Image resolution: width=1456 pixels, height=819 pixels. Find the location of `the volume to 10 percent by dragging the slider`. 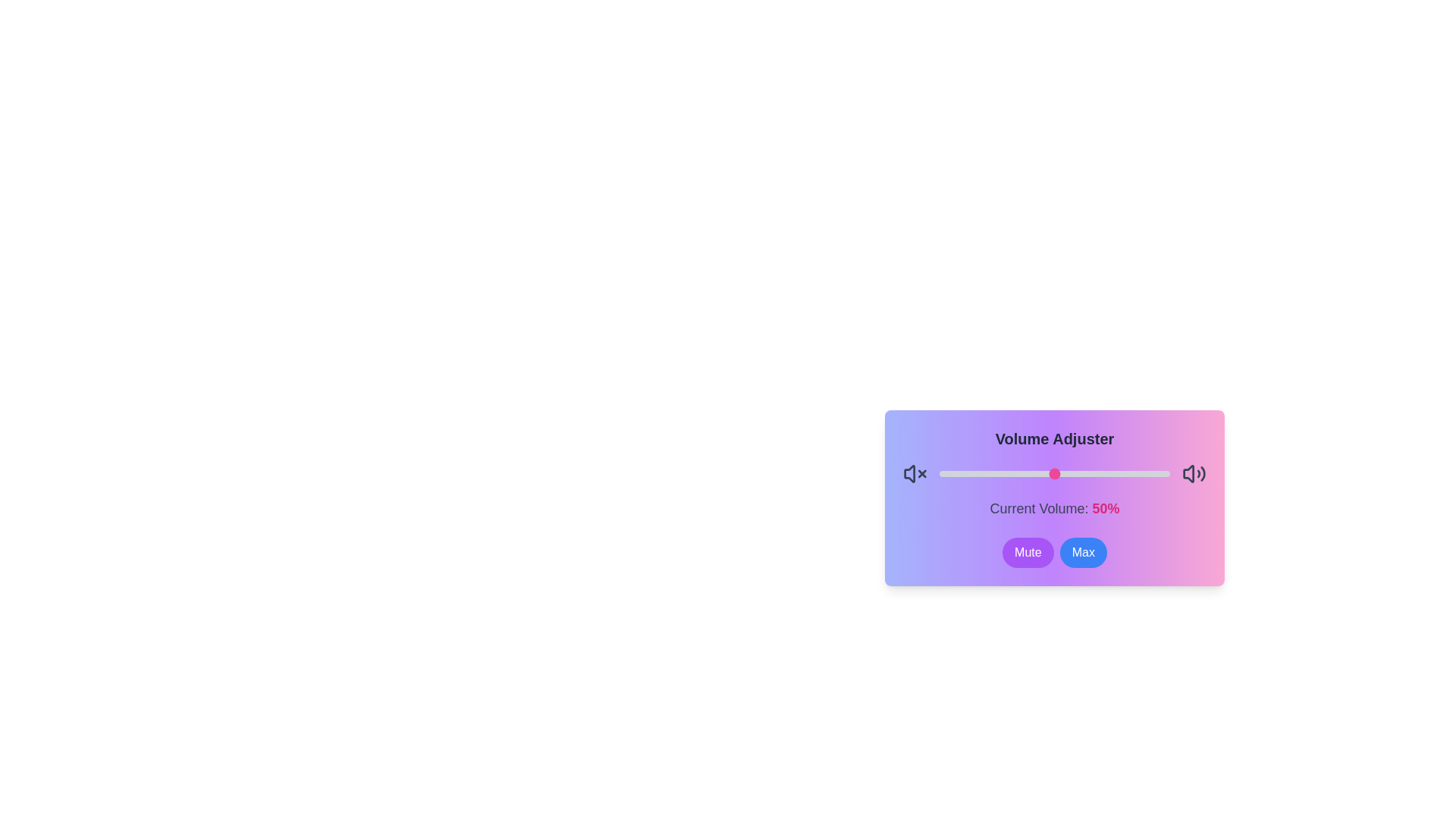

the volume to 10 percent by dragging the slider is located at coordinates (962, 472).